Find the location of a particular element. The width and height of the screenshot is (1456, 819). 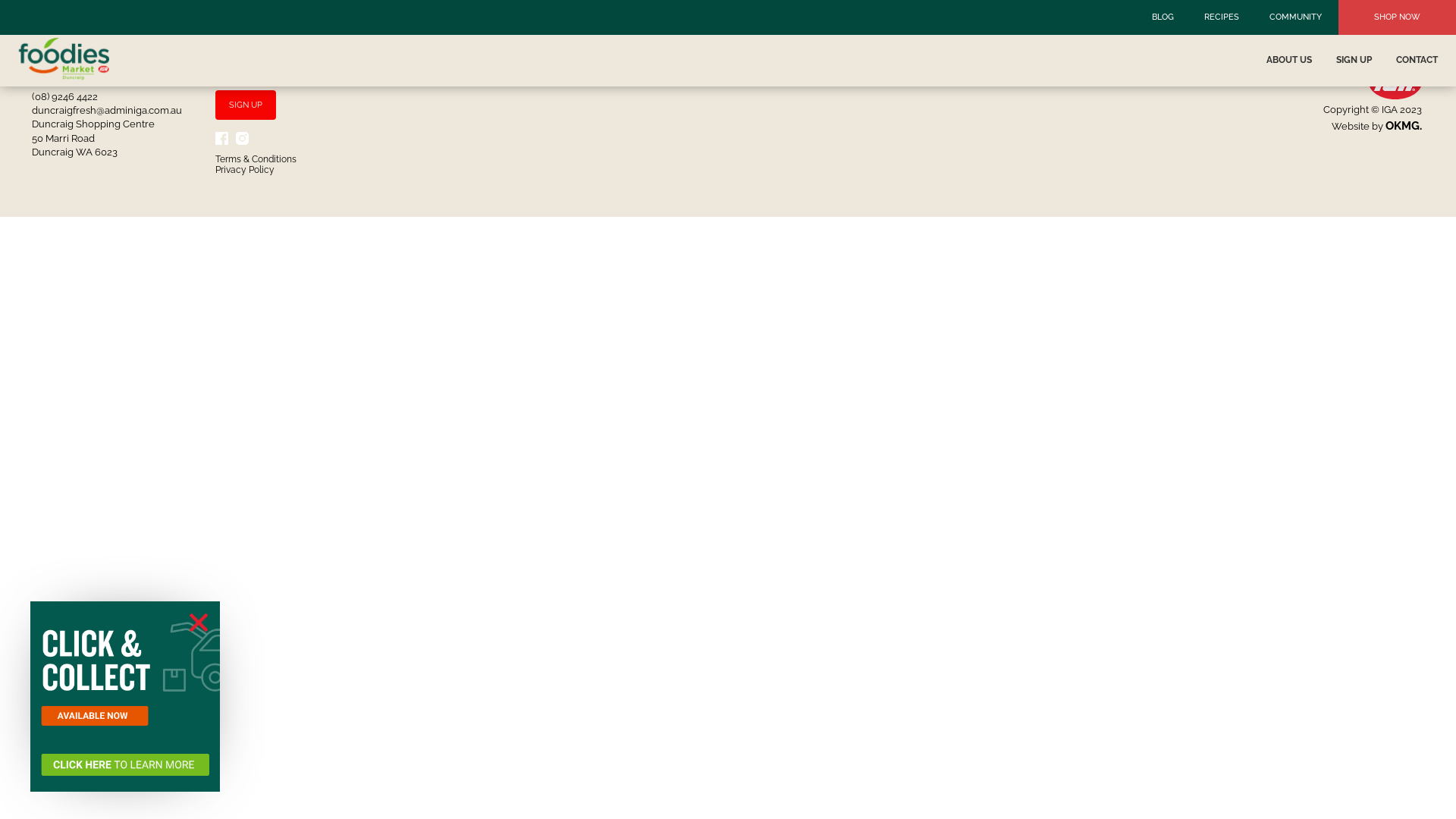

'Privacy Policy' is located at coordinates (244, 169).